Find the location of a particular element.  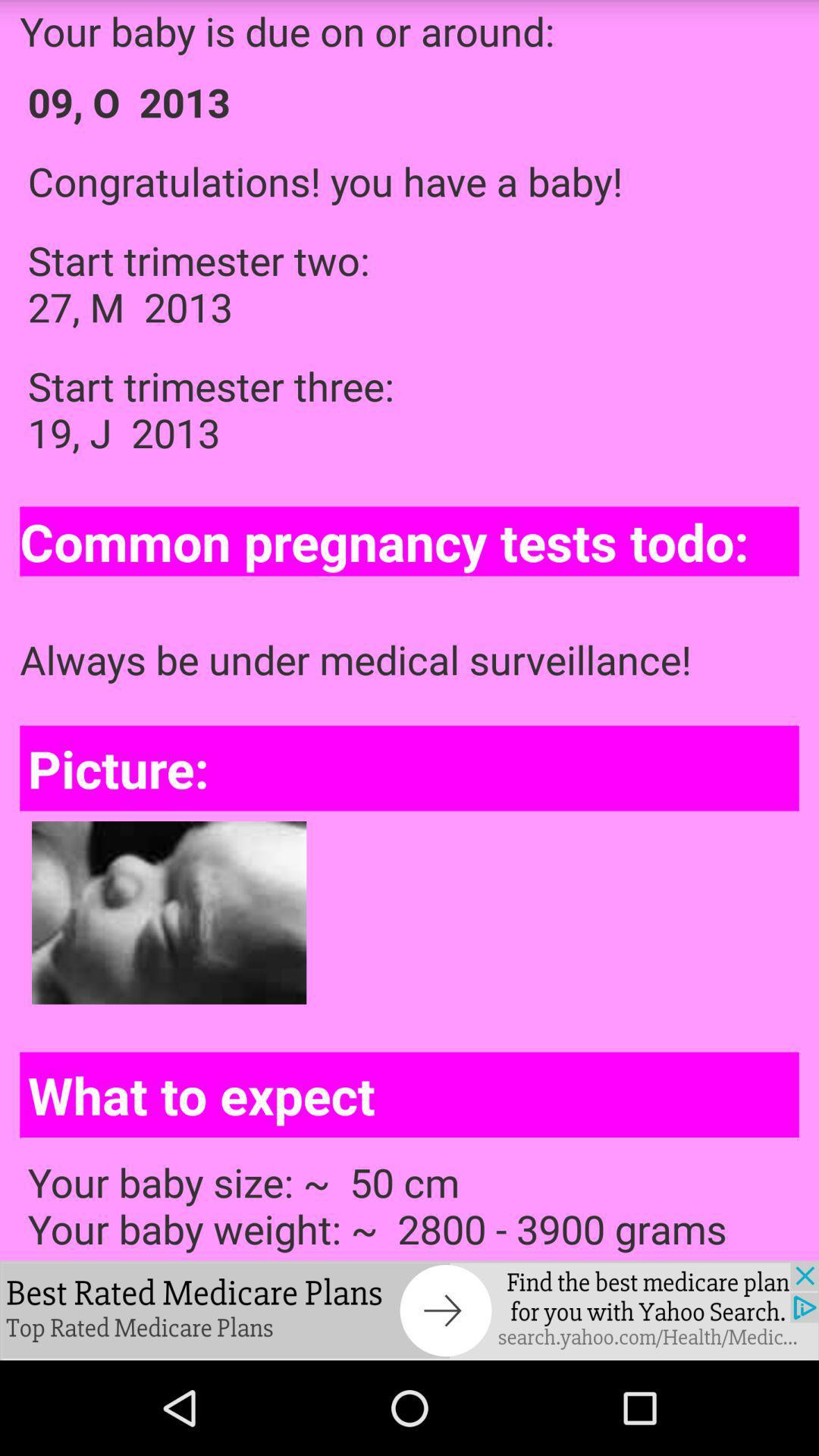

advertisement banner is located at coordinates (409, 1310).